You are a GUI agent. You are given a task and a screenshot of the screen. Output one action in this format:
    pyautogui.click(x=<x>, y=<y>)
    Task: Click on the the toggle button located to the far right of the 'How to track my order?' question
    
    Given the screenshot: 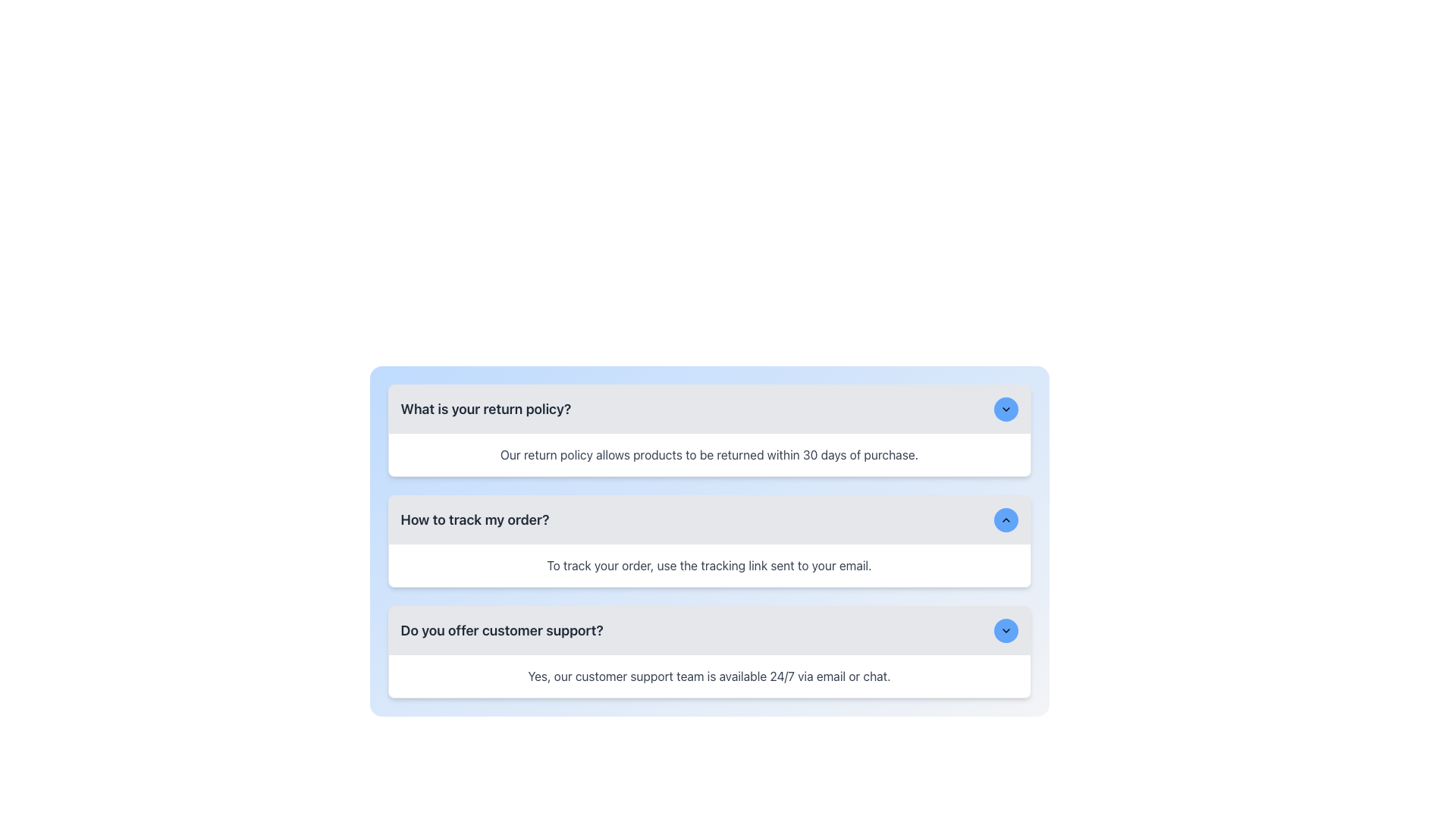 What is the action you would take?
    pyautogui.click(x=1006, y=519)
    